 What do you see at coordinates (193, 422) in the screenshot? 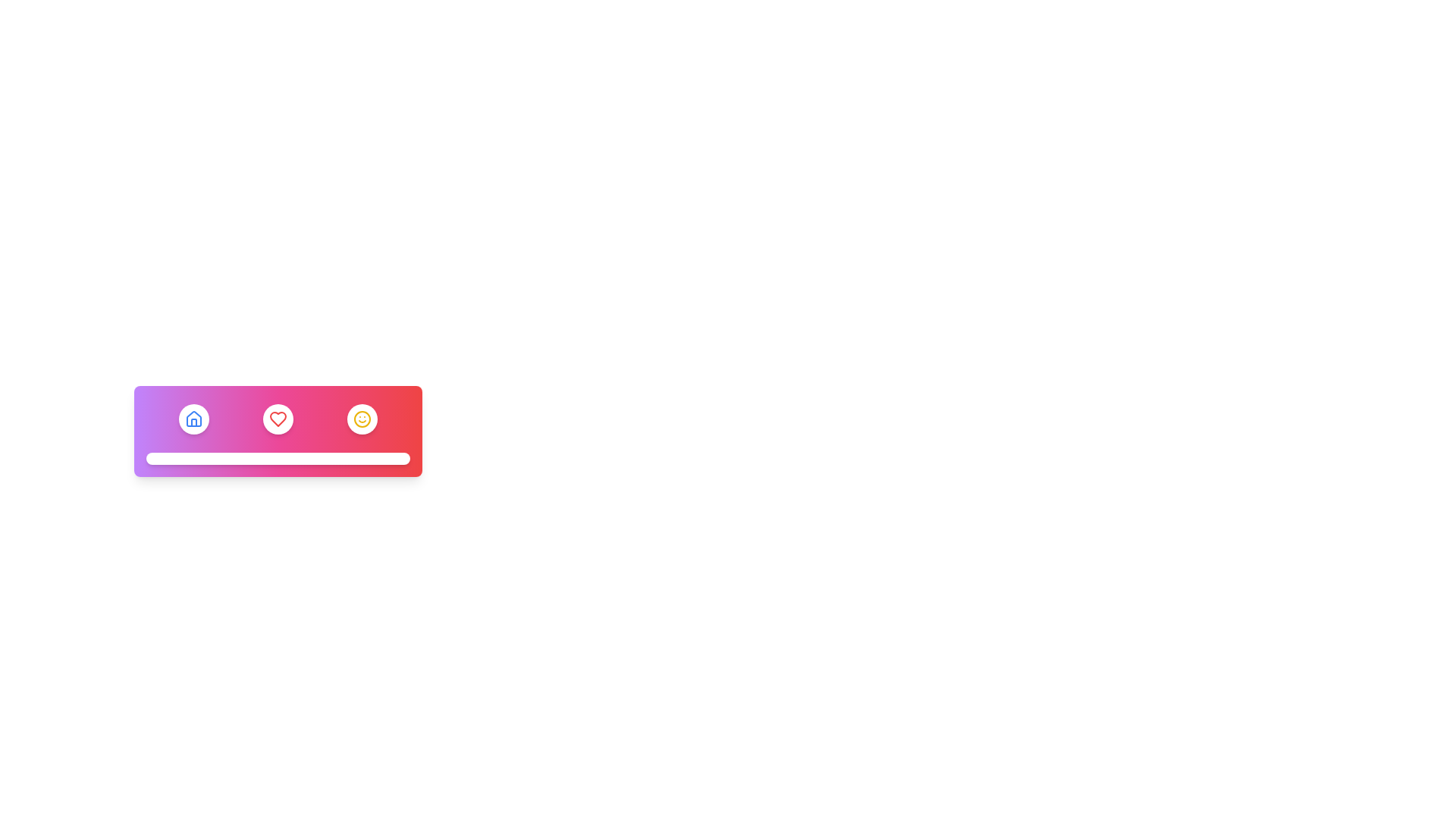
I see `the vertical line element representing a door or window in the house icon, which is the first icon from the left in the navigation bar` at bounding box center [193, 422].